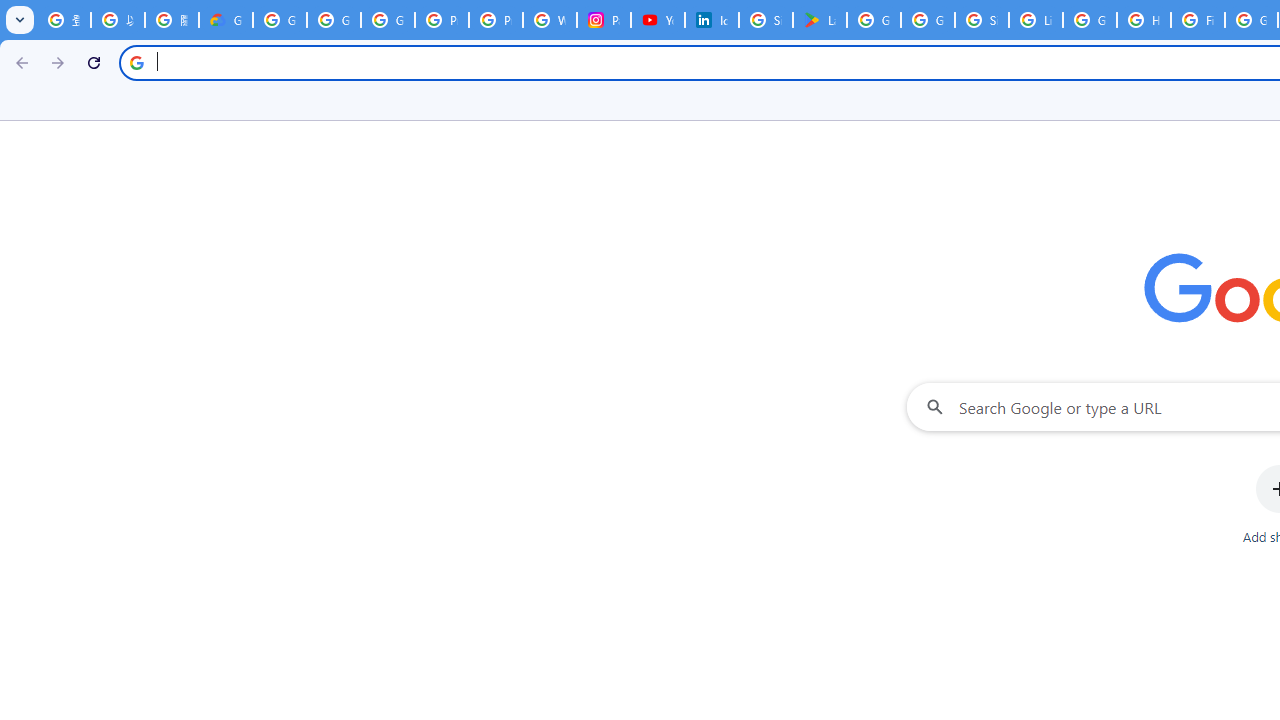 This screenshot has height=720, width=1280. I want to click on 'Google Workspace - Specific Terms', so click(927, 20).